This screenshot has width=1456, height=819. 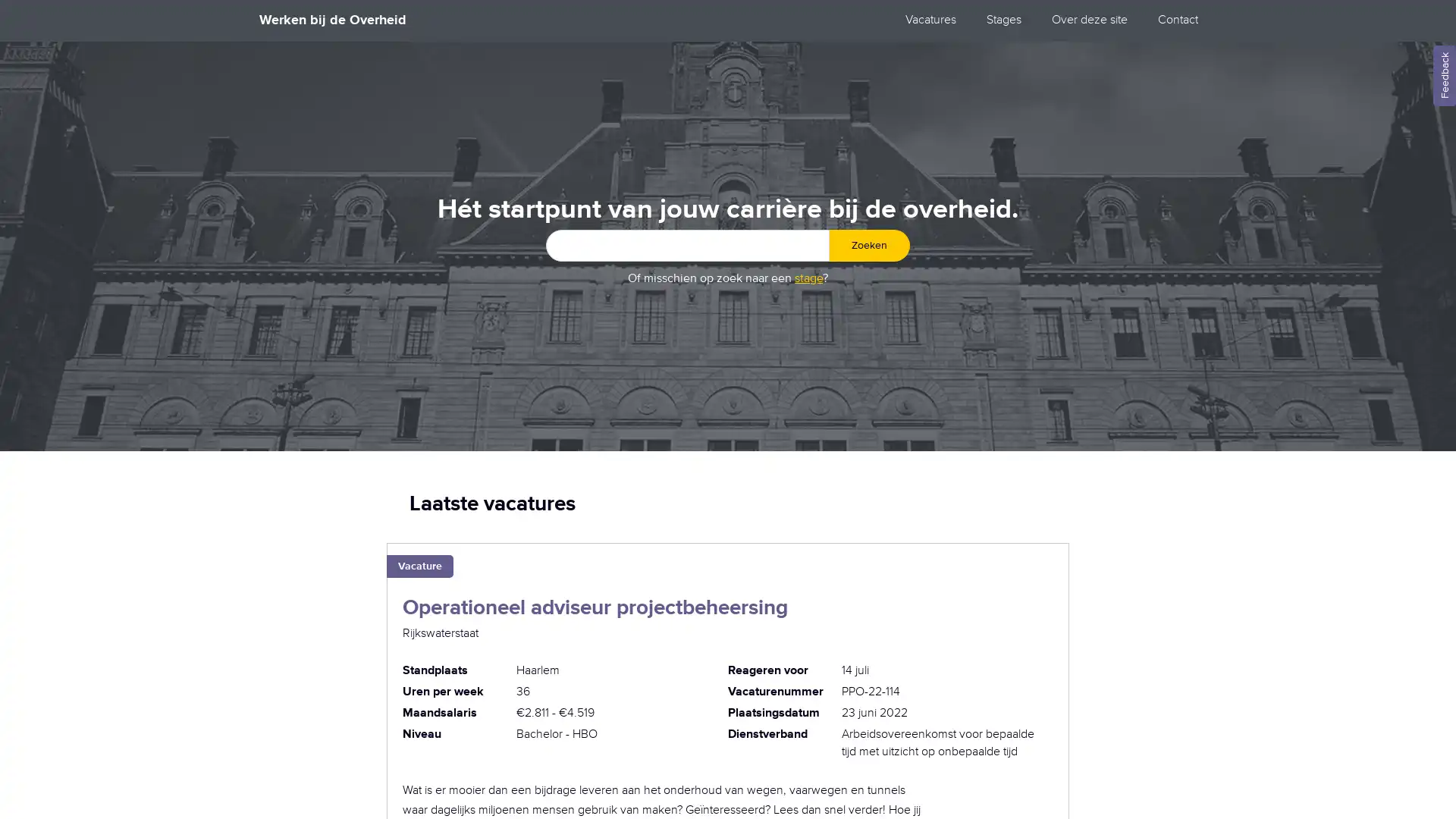 I want to click on Zoeken, so click(x=869, y=244).